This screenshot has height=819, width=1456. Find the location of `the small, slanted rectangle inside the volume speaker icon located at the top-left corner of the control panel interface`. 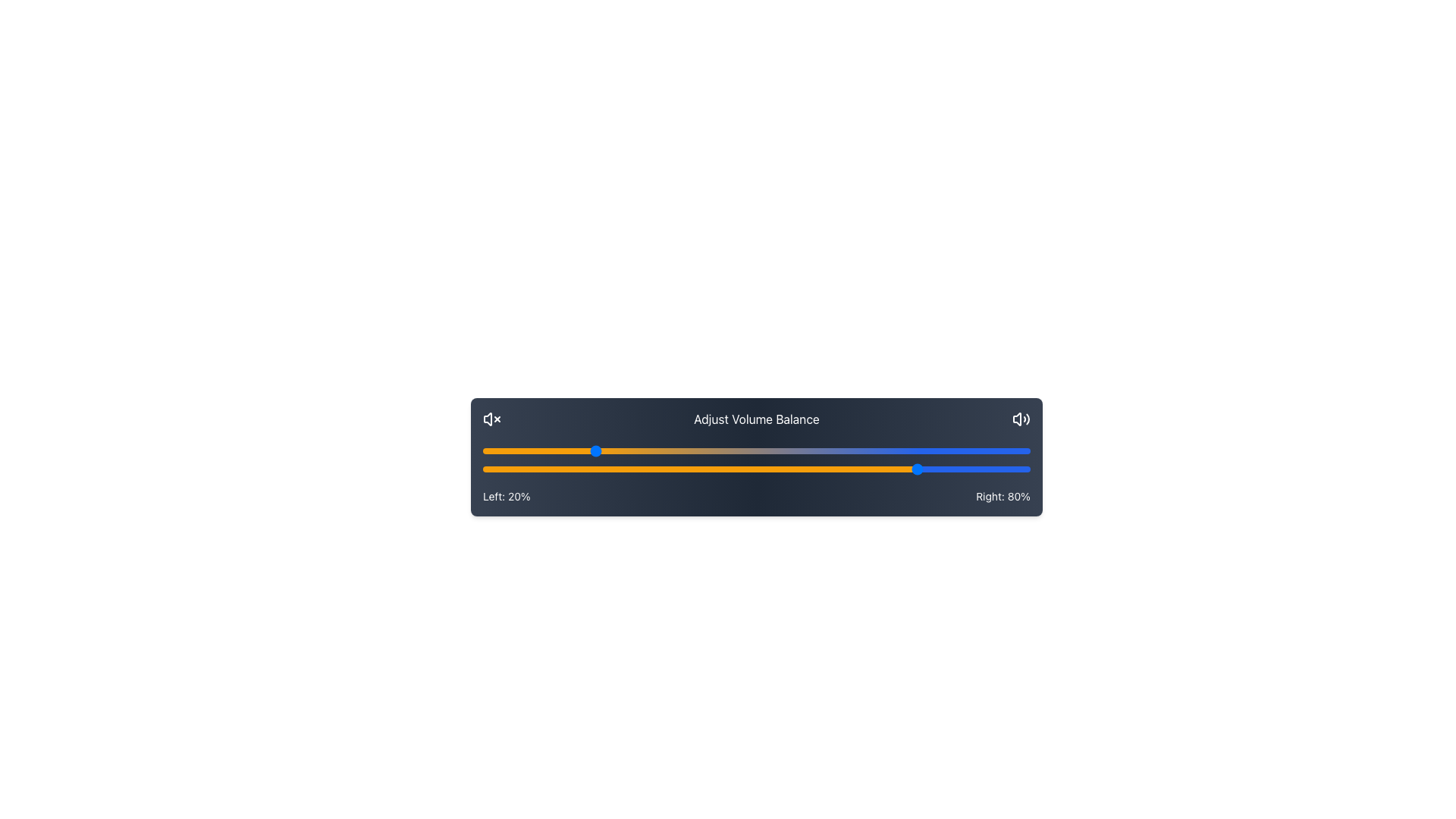

the small, slanted rectangle inside the volume speaker icon located at the top-left corner of the control panel interface is located at coordinates (488, 419).